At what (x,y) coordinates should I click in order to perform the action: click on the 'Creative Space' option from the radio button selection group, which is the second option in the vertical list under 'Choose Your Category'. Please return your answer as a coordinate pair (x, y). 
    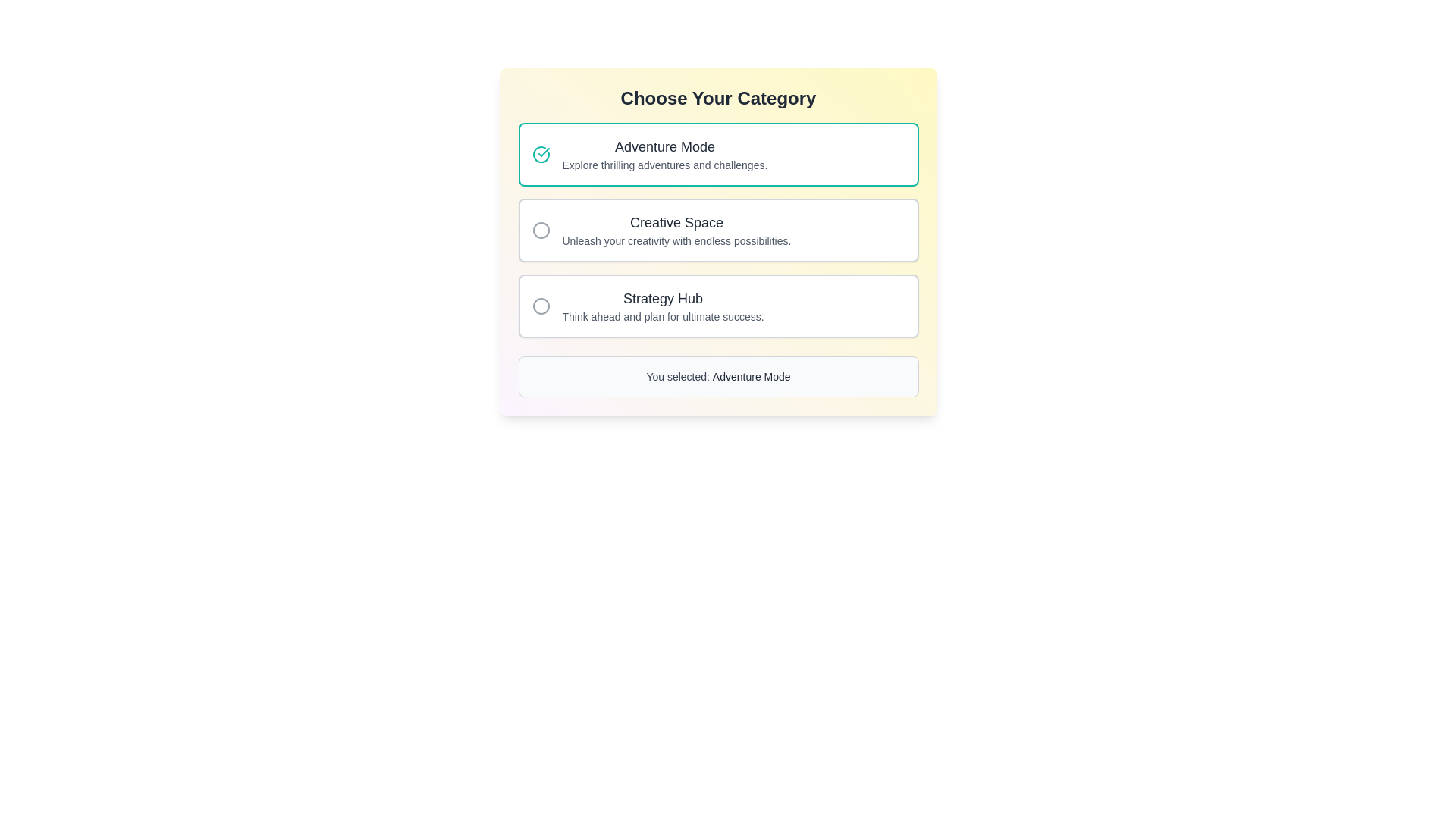
    Looking at the image, I should click on (717, 231).